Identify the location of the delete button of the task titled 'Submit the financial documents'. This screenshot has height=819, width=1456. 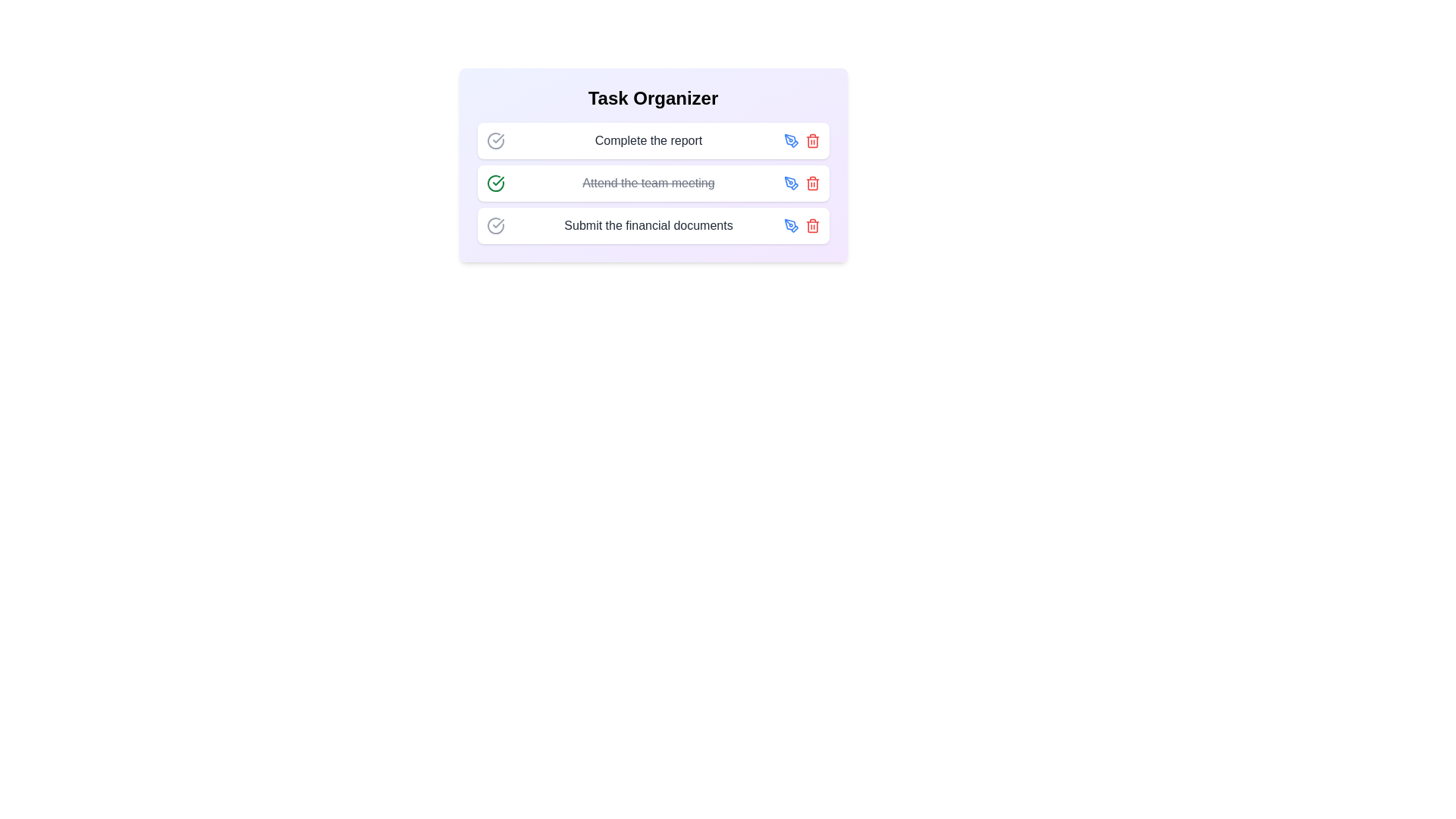
(811, 225).